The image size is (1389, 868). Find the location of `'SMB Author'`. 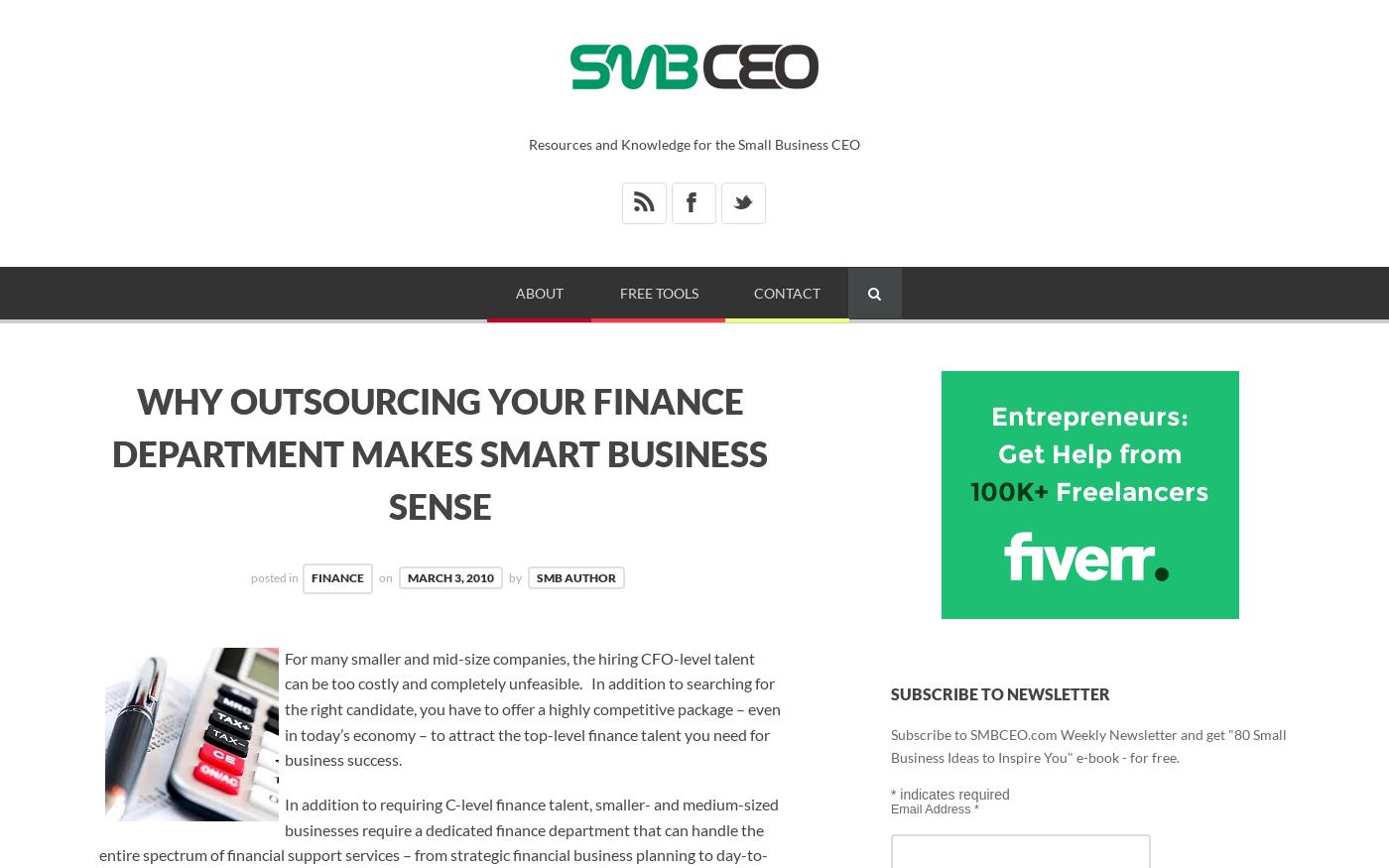

'SMB Author' is located at coordinates (576, 576).